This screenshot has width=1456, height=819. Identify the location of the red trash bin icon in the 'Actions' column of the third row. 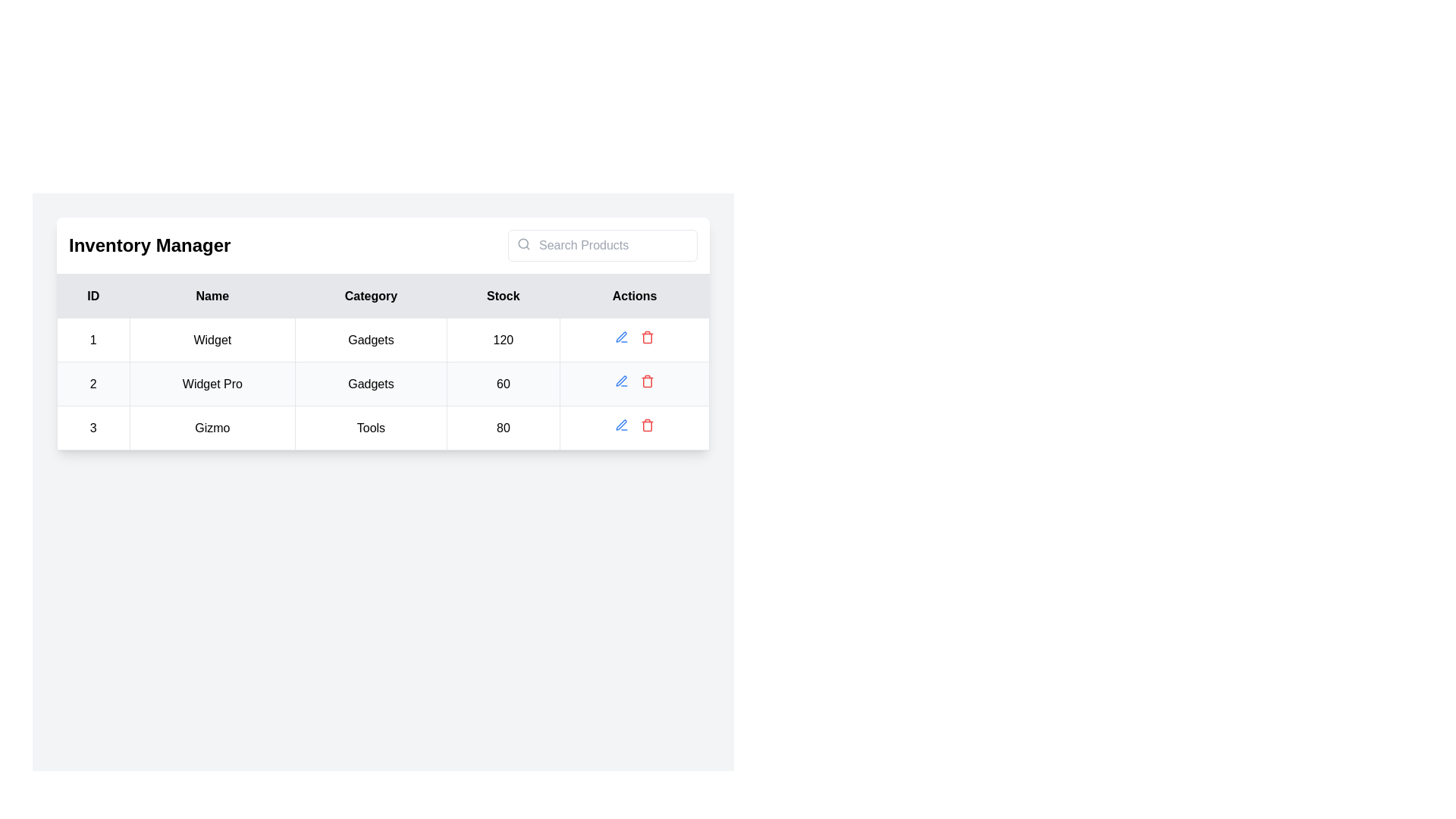
(648, 425).